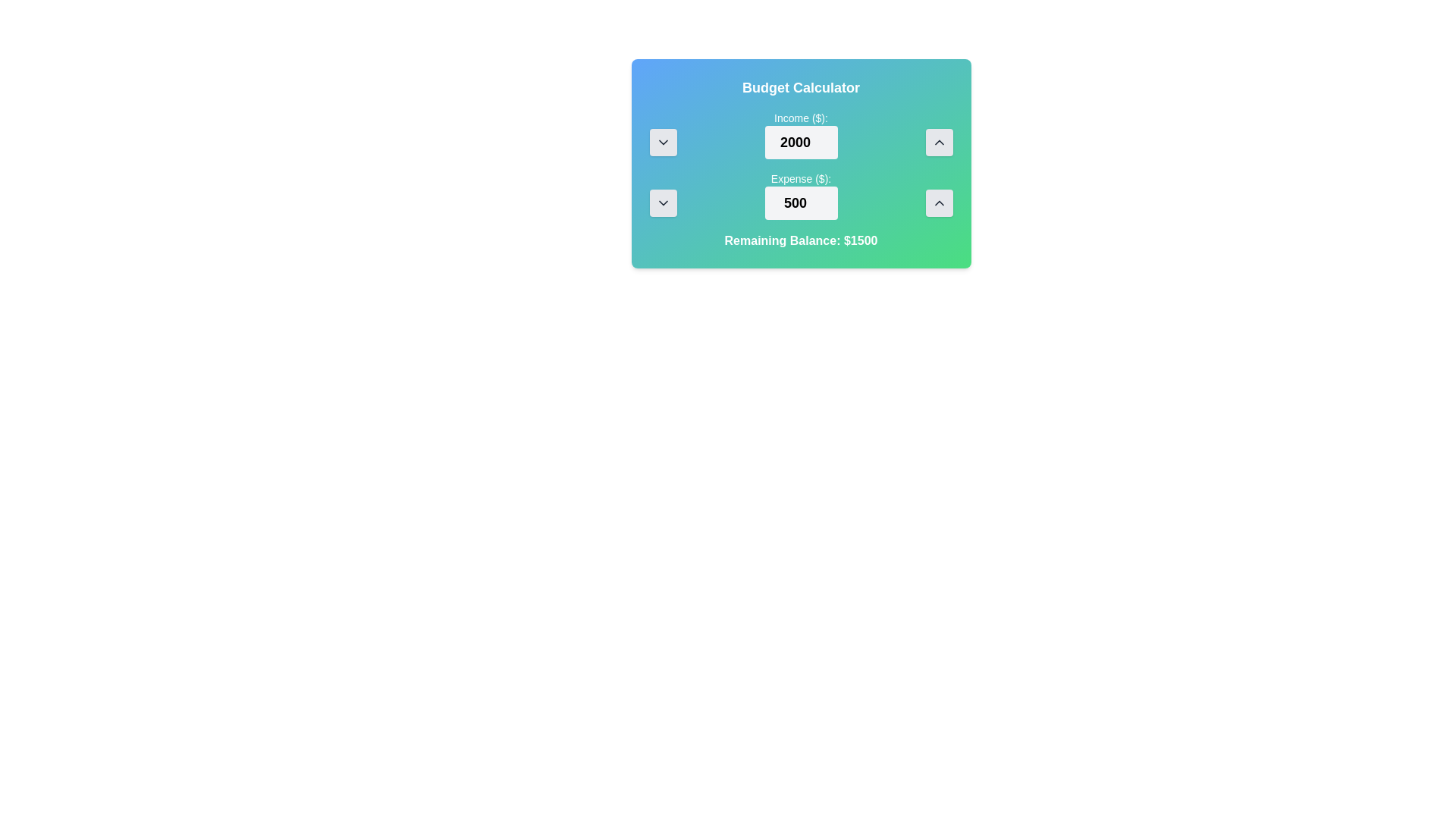 This screenshot has height=819, width=1456. What do you see at coordinates (938, 202) in the screenshot?
I see `the small square button with a light gray background and a black upward-pointing chevron icon located at the bottom right of the 'Expense ($)' input field in the 'Budget Calculator' interface` at bounding box center [938, 202].